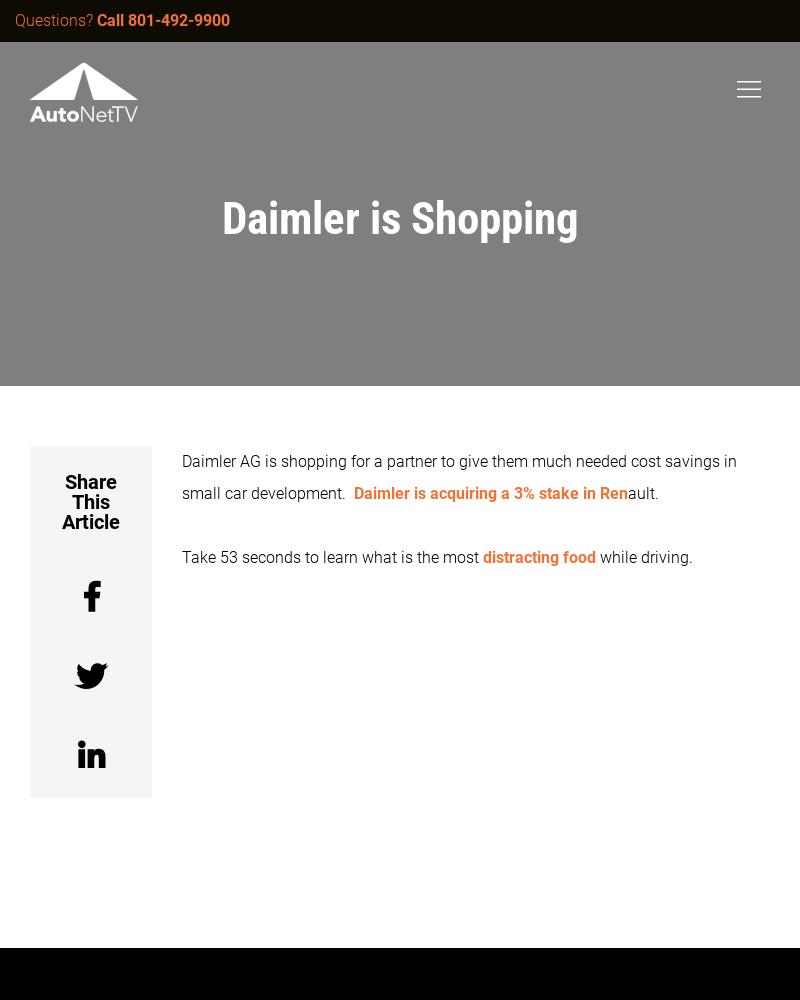 Image resolution: width=800 pixels, height=1000 pixels. Describe the element at coordinates (163, 20) in the screenshot. I see `'Call 801-492-9900'` at that location.